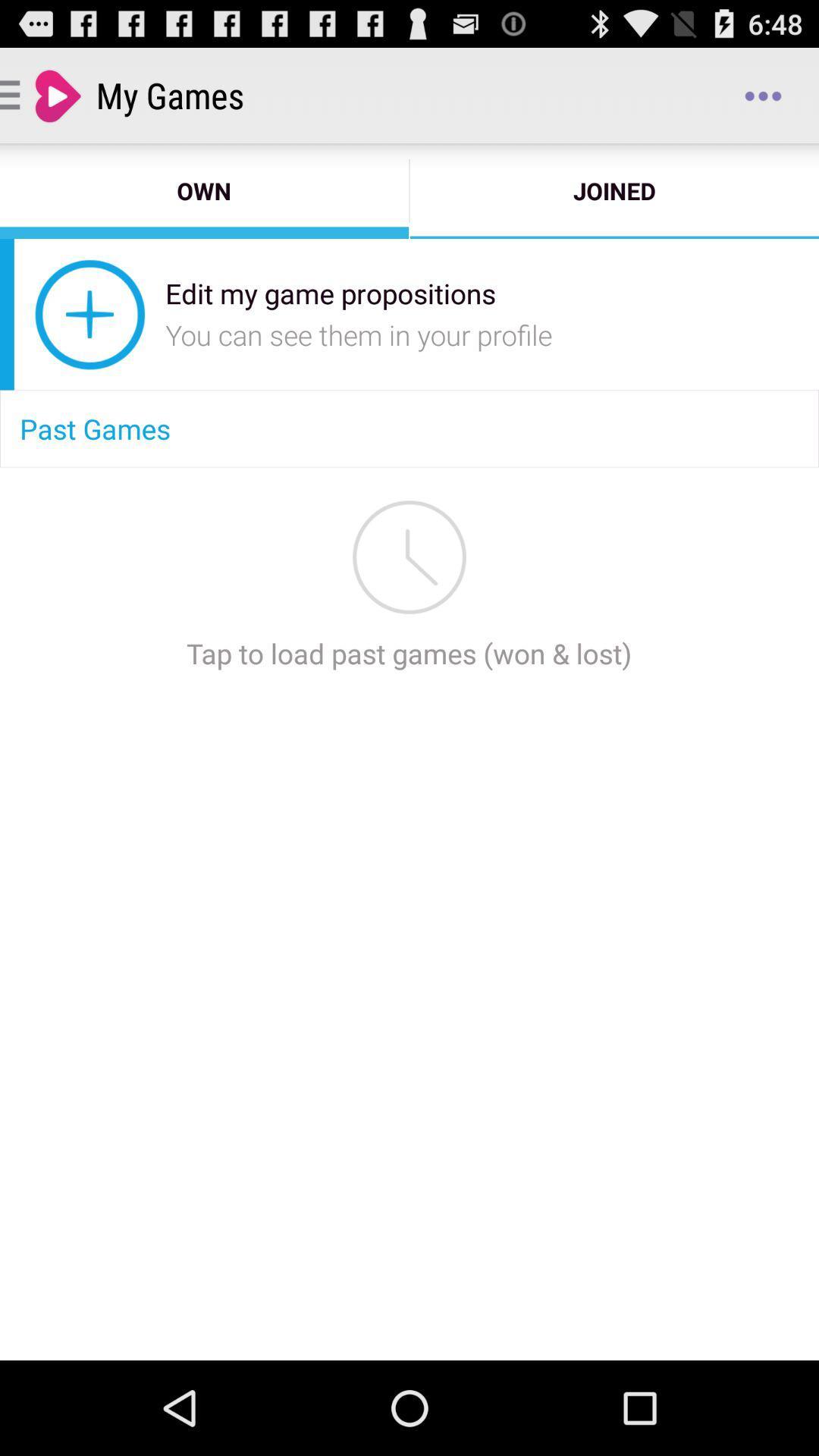 The image size is (819, 1456). Describe the element at coordinates (763, 94) in the screenshot. I see `the app next to the my games icon` at that location.